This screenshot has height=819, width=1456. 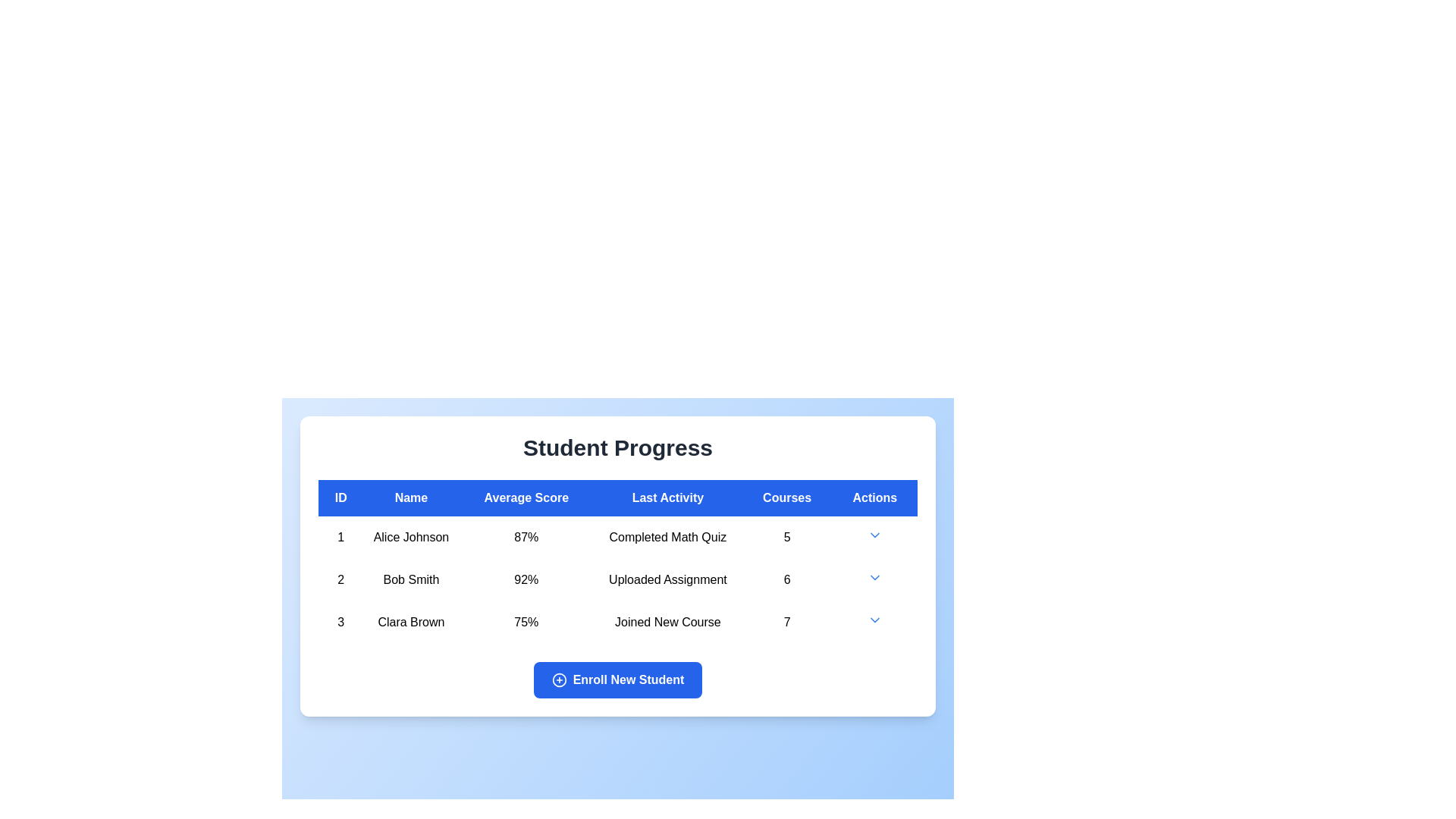 I want to click on the text label displaying 'Uploaded Assignment' in the 'Last Activity' column of the 'Student Progress' table, so click(x=667, y=579).